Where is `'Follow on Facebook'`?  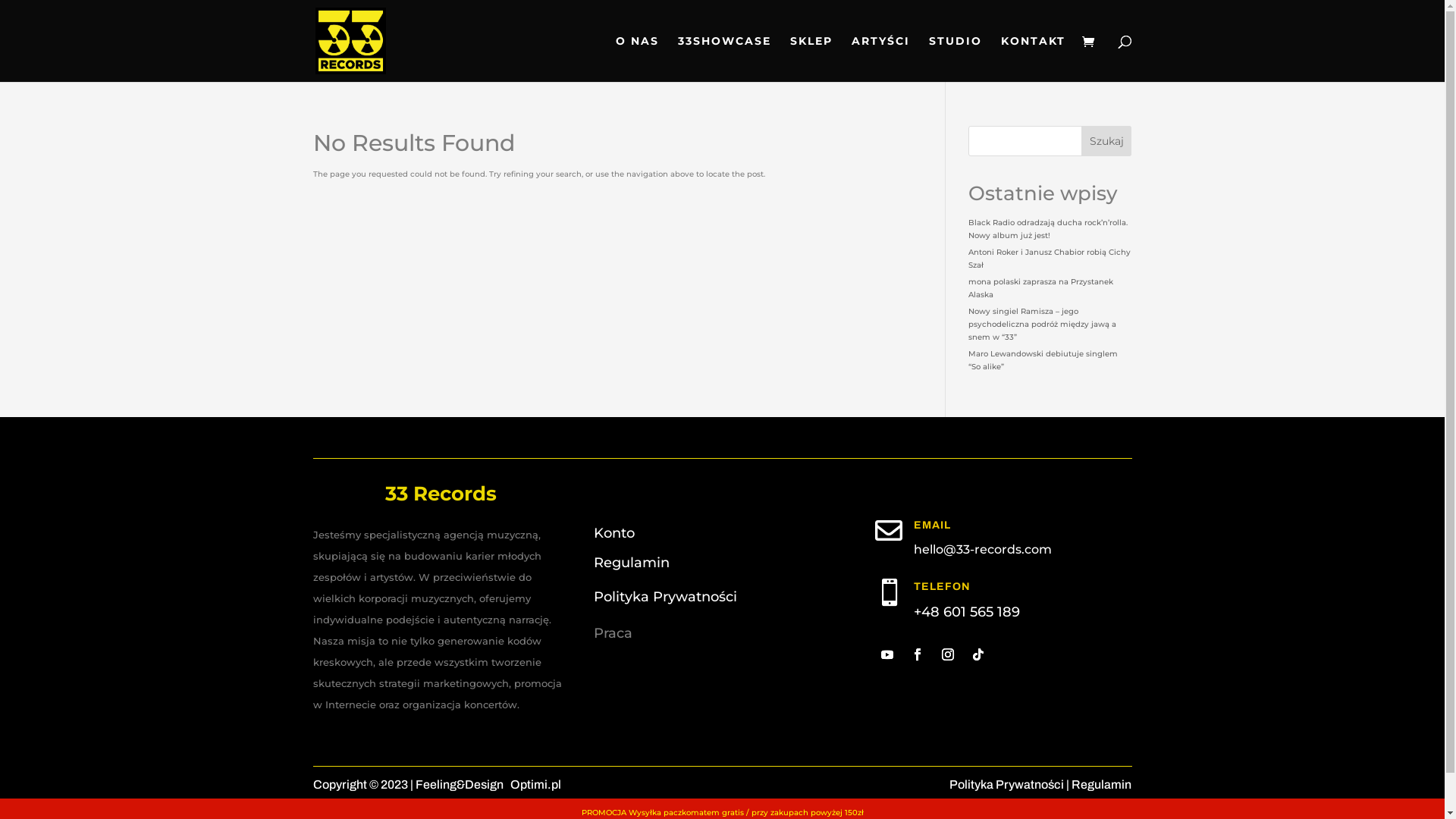 'Follow on Facebook' is located at coordinates (916, 654).